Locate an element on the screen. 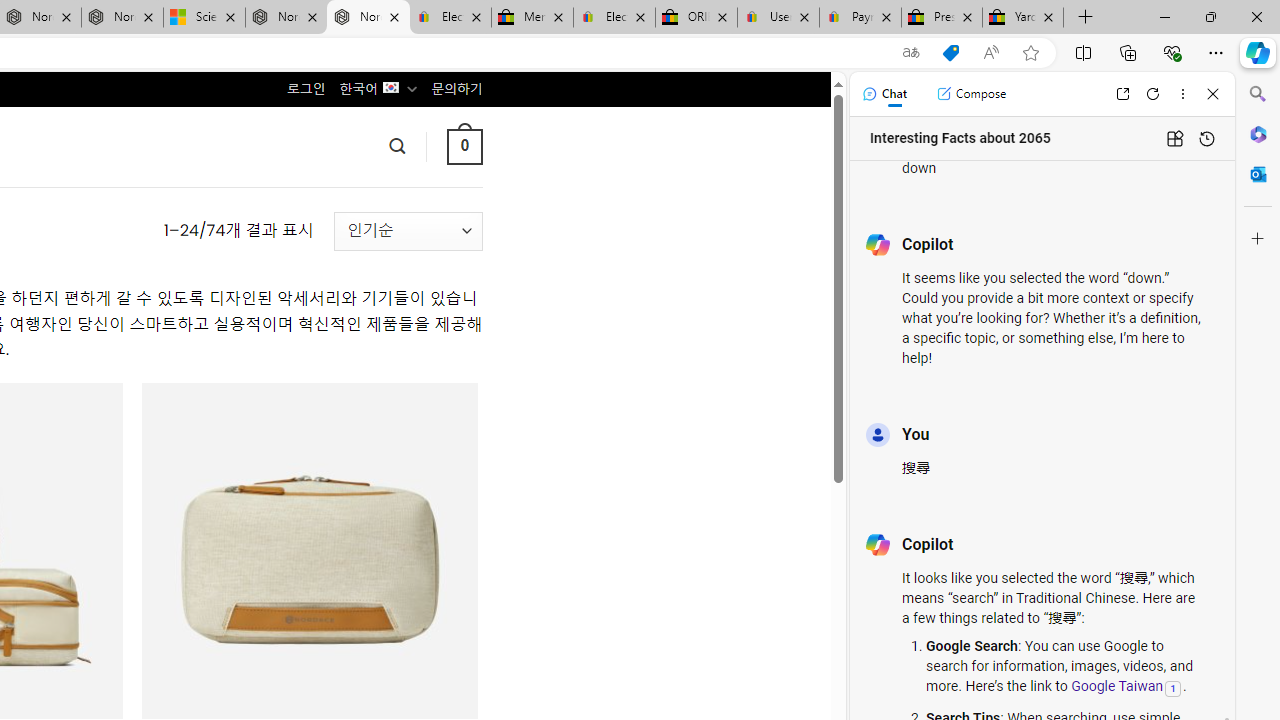 This screenshot has height=720, width=1280. ' 0 ' is located at coordinates (463, 145).